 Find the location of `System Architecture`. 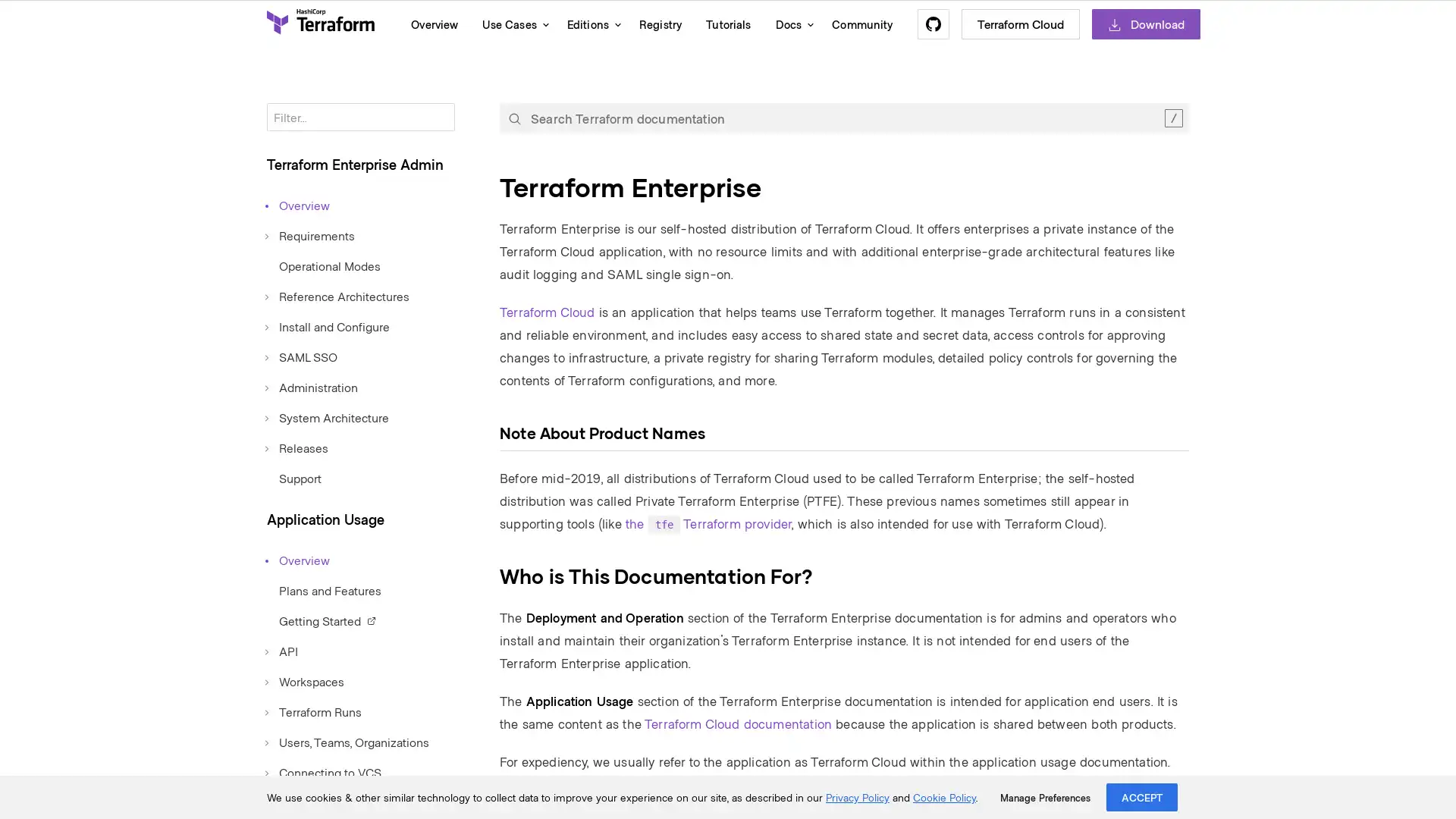

System Architecture is located at coordinates (327, 417).